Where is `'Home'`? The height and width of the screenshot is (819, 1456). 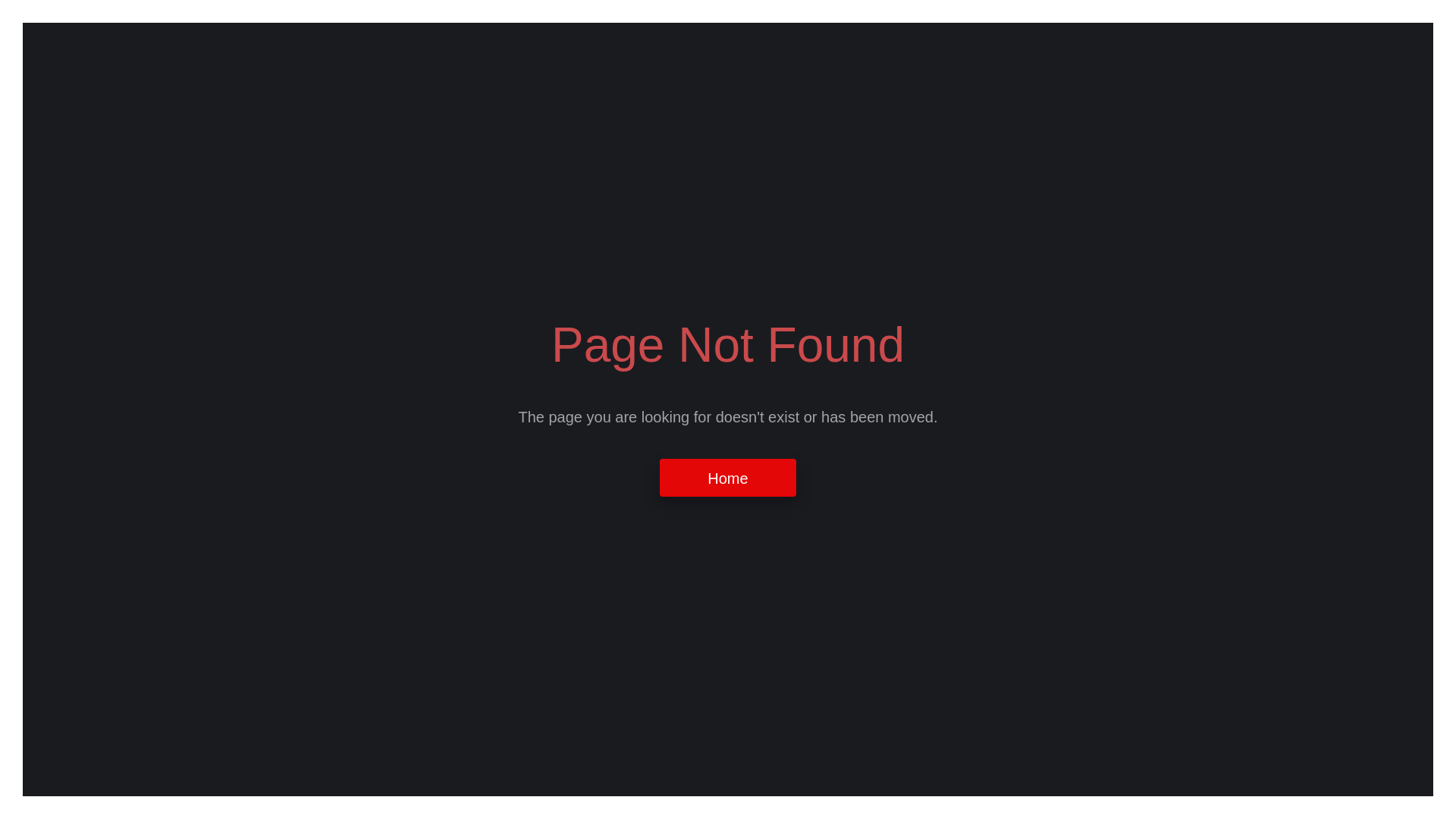 'Home' is located at coordinates (728, 476).